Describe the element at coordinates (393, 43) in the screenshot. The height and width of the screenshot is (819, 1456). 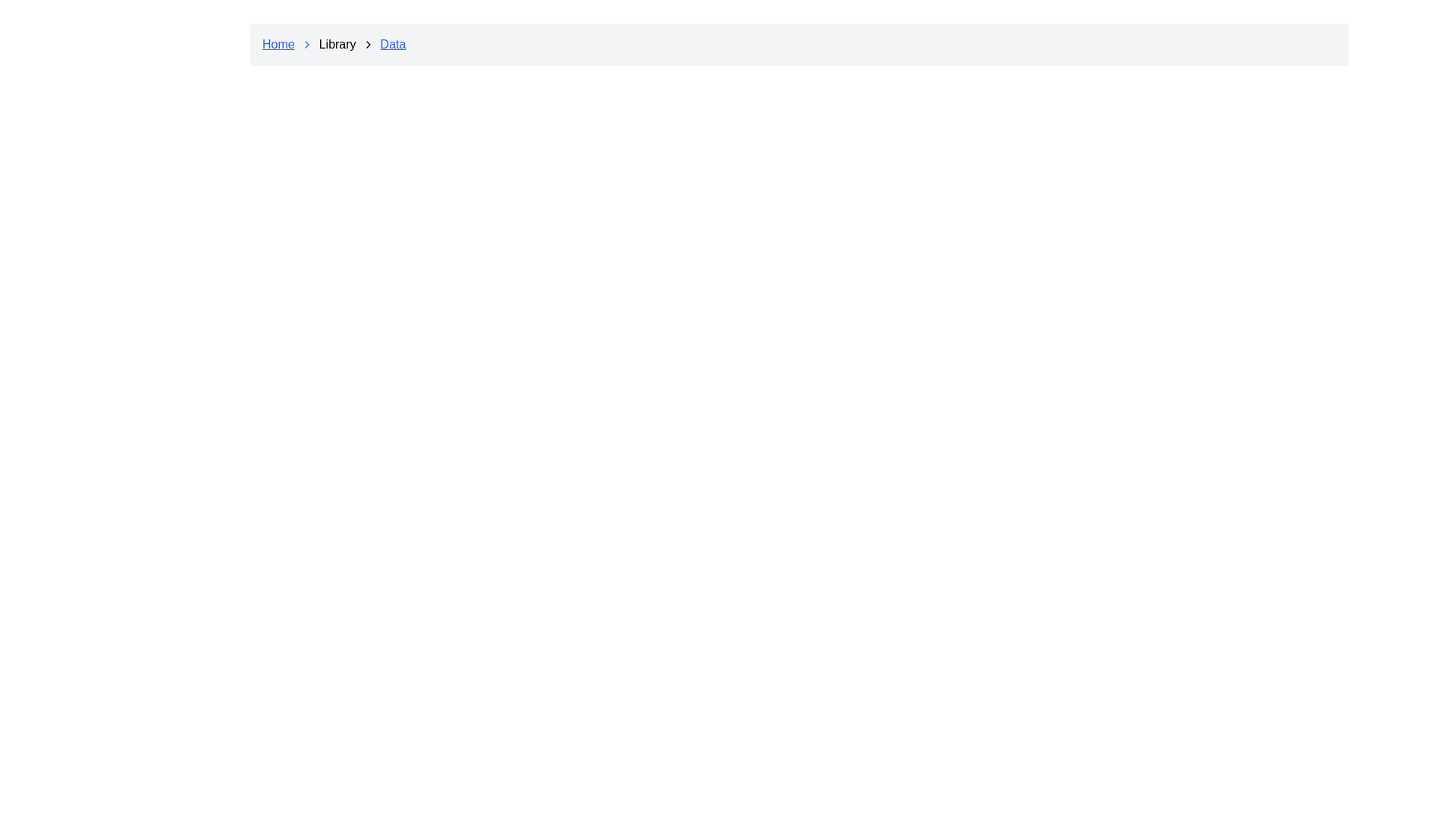
I see `the 'Data' hyperlink in the breadcrumb navigation` at that location.